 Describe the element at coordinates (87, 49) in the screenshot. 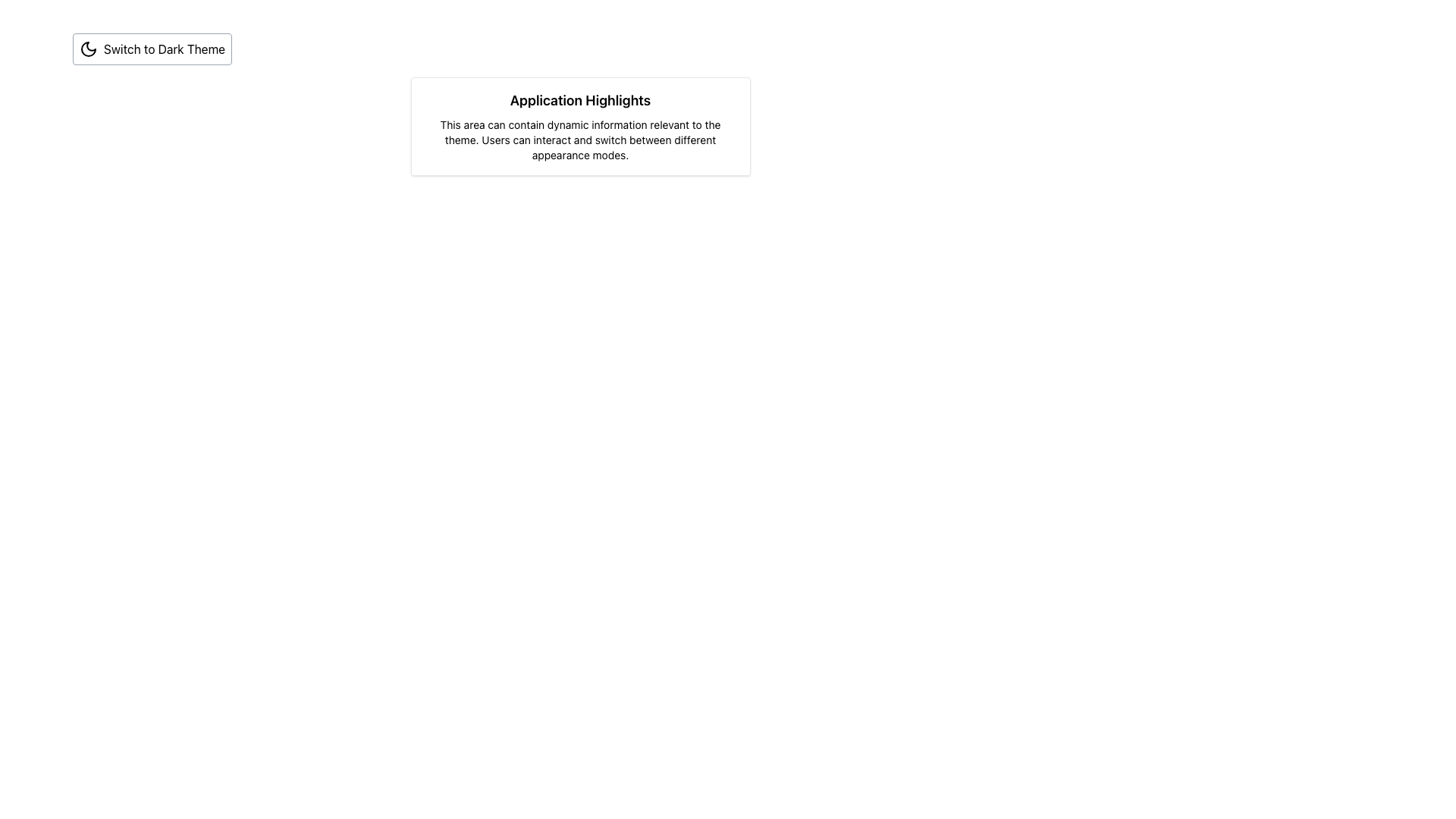

I see `the inner crescent shape of the crescent moon icon, which is located directly` at that location.